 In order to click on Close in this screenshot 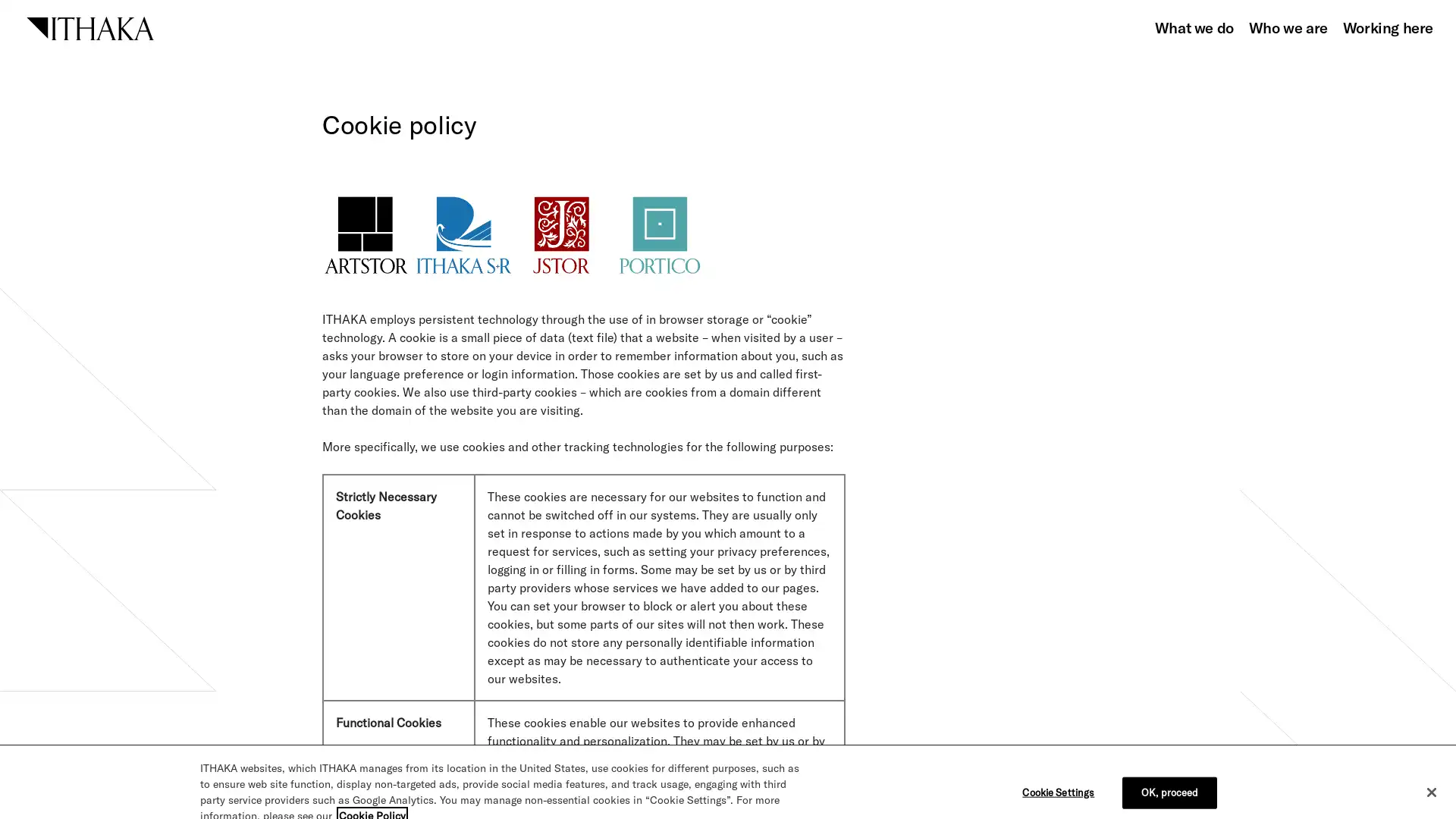, I will do `click(1430, 769)`.